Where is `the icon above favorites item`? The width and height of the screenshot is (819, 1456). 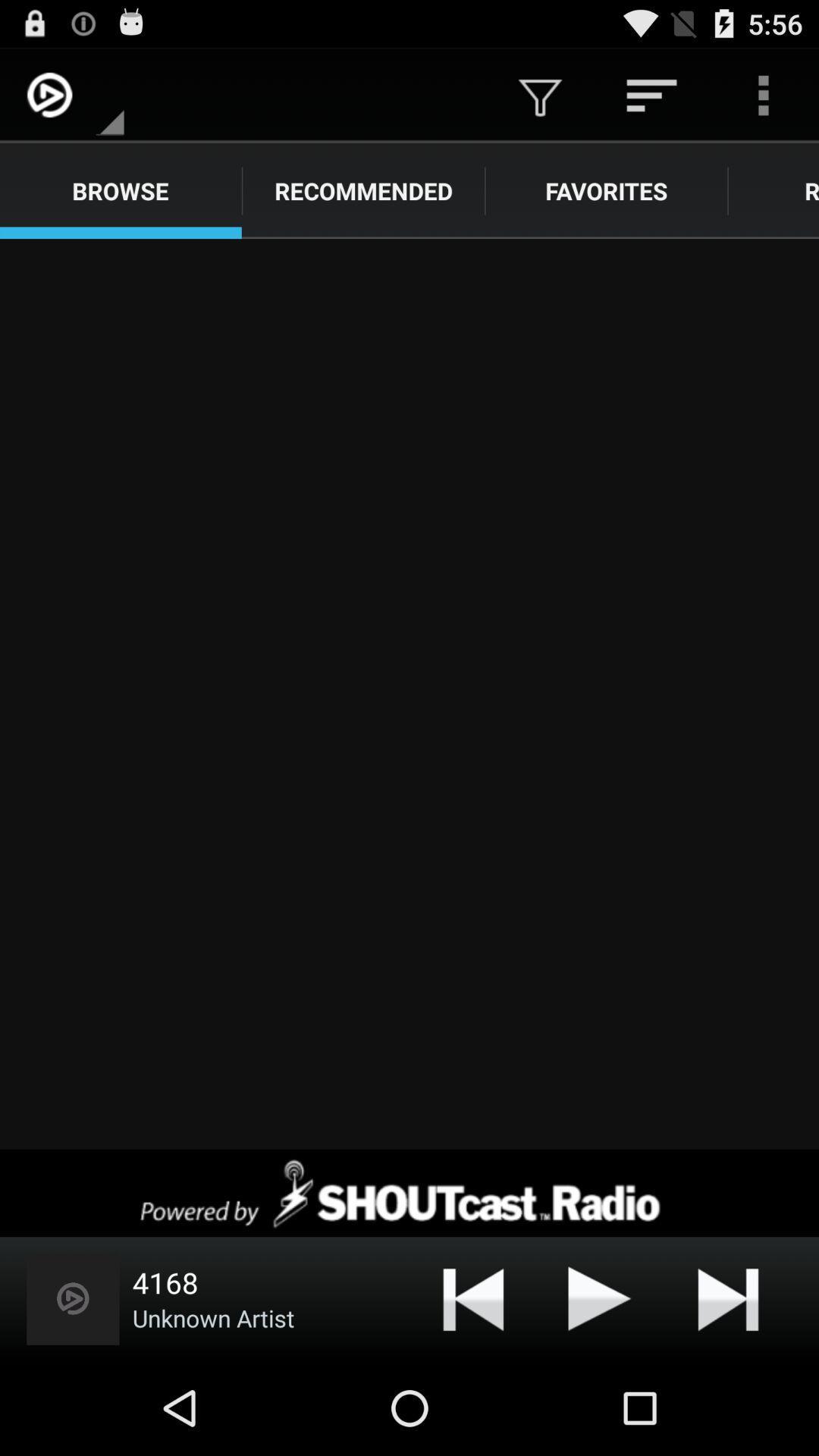 the icon above favorites item is located at coordinates (651, 94).